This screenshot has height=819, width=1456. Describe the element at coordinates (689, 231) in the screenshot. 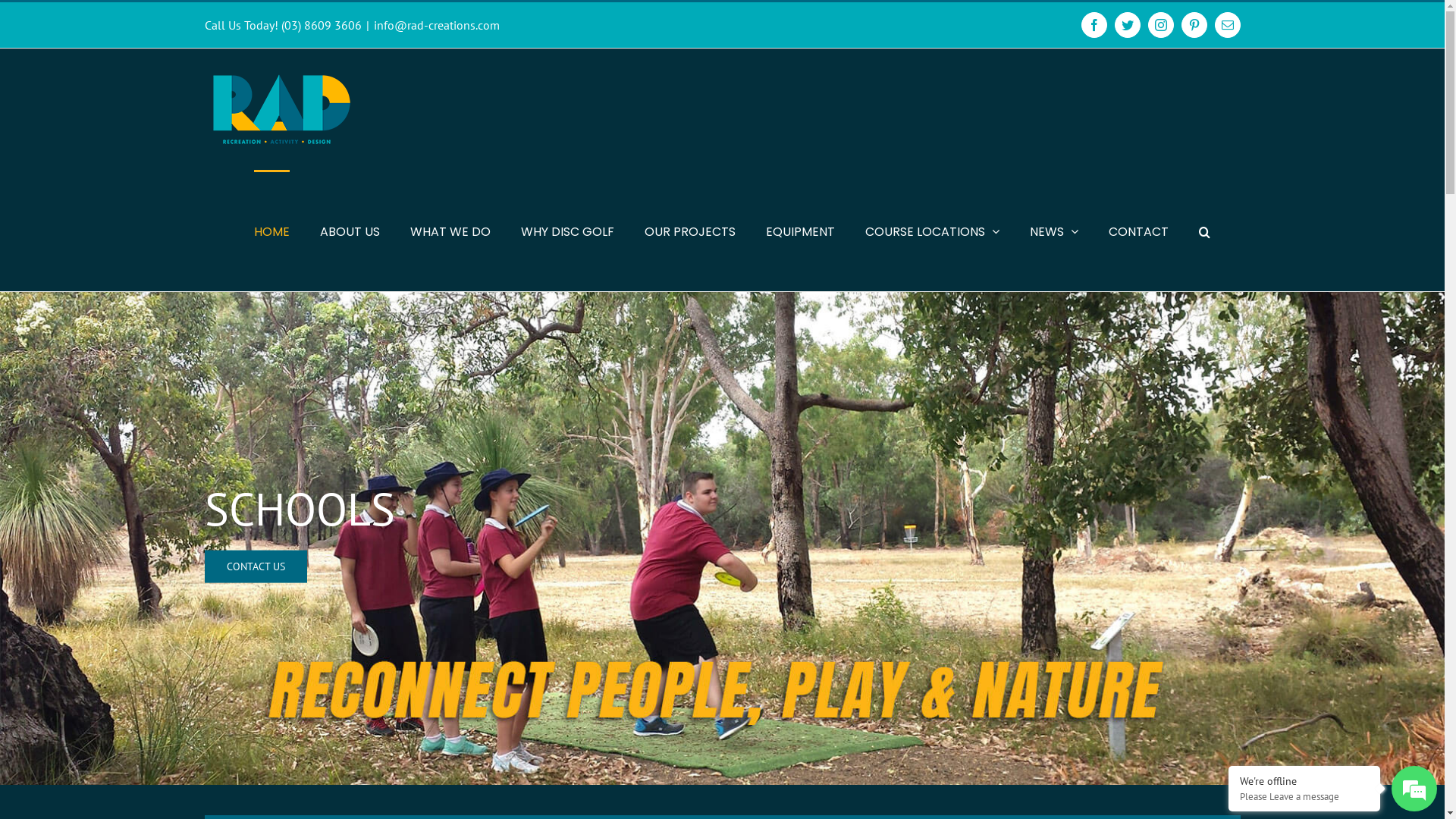

I see `'OUR PROJECTS'` at that location.